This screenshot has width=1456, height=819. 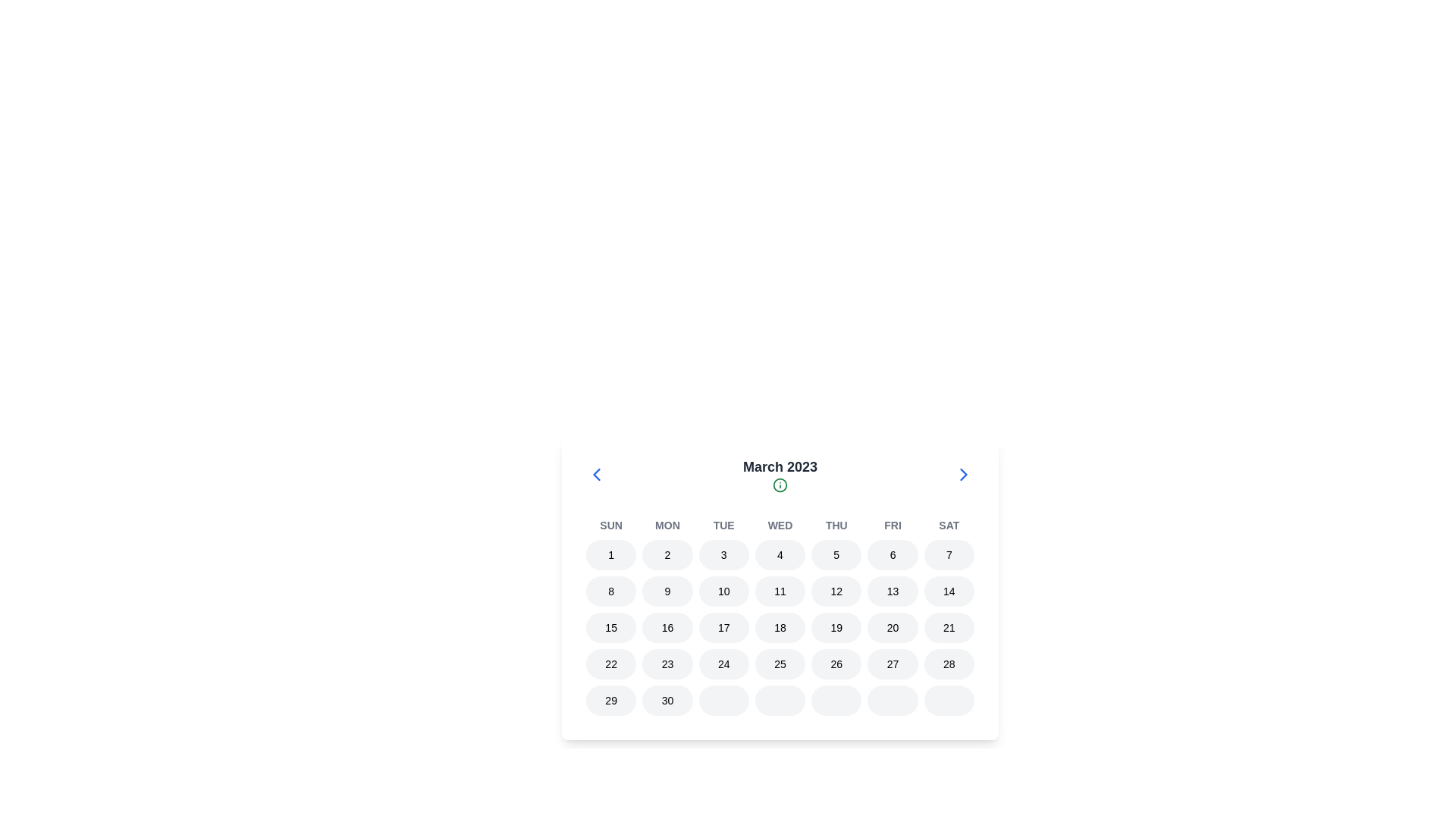 What do you see at coordinates (723, 590) in the screenshot?
I see `the small circular button with a light gray background displaying the number '10', which is part of the interactive calendar interface in the second row of the March 2023 calendar grid` at bounding box center [723, 590].